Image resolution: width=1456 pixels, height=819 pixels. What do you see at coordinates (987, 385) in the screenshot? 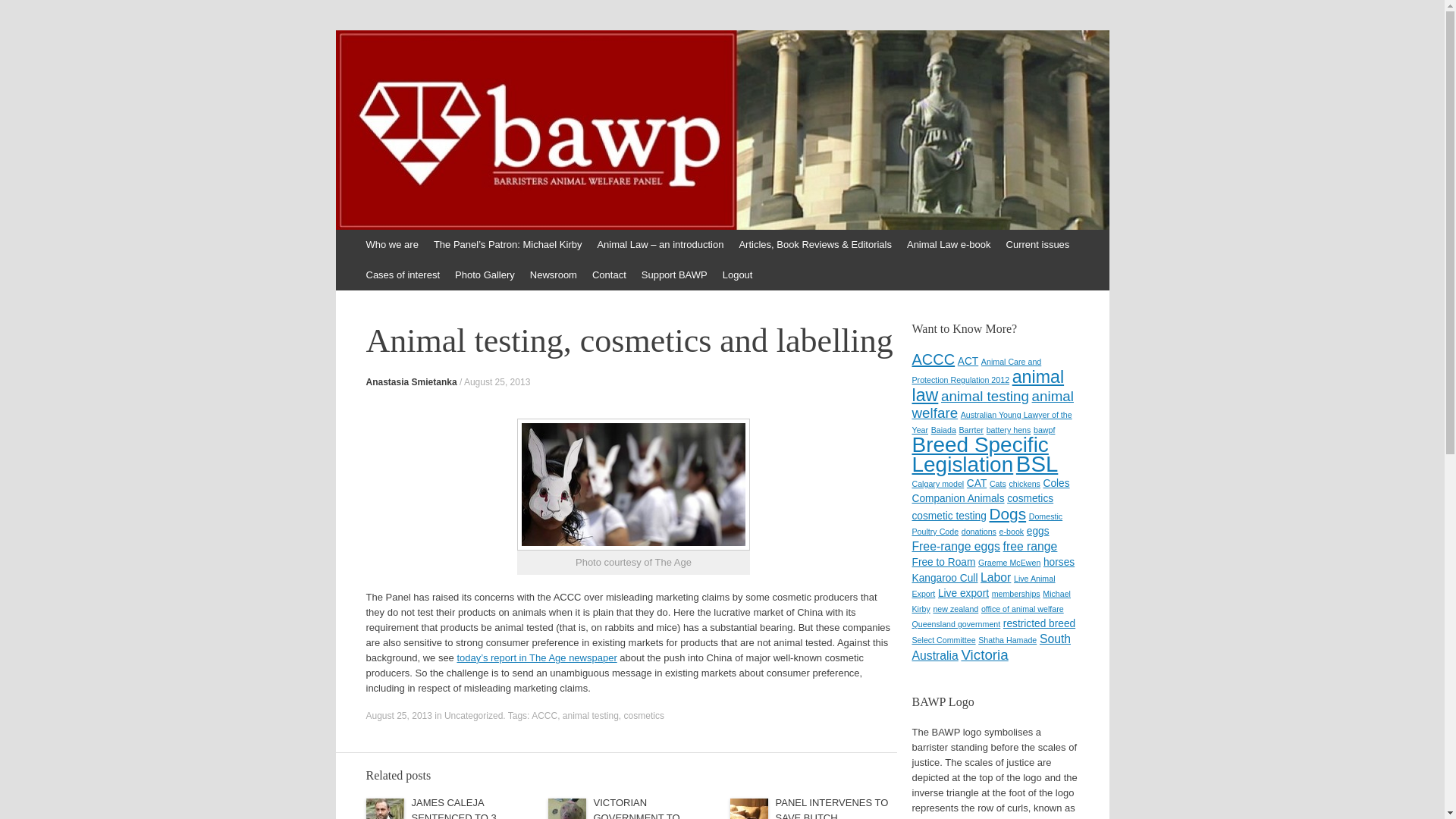
I see `'animal law'` at bounding box center [987, 385].